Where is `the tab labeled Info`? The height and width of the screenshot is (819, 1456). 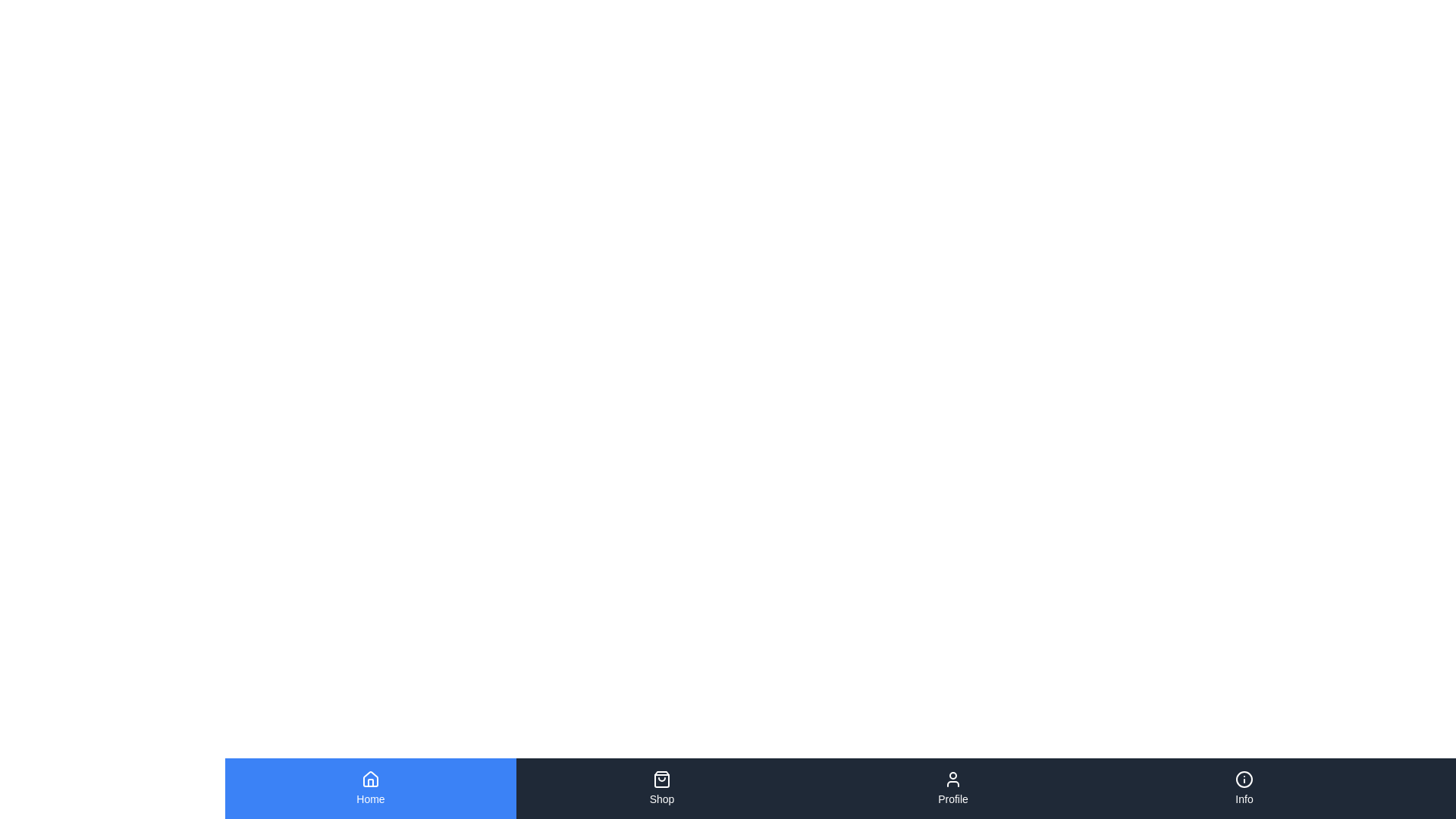 the tab labeled Info is located at coordinates (1244, 788).